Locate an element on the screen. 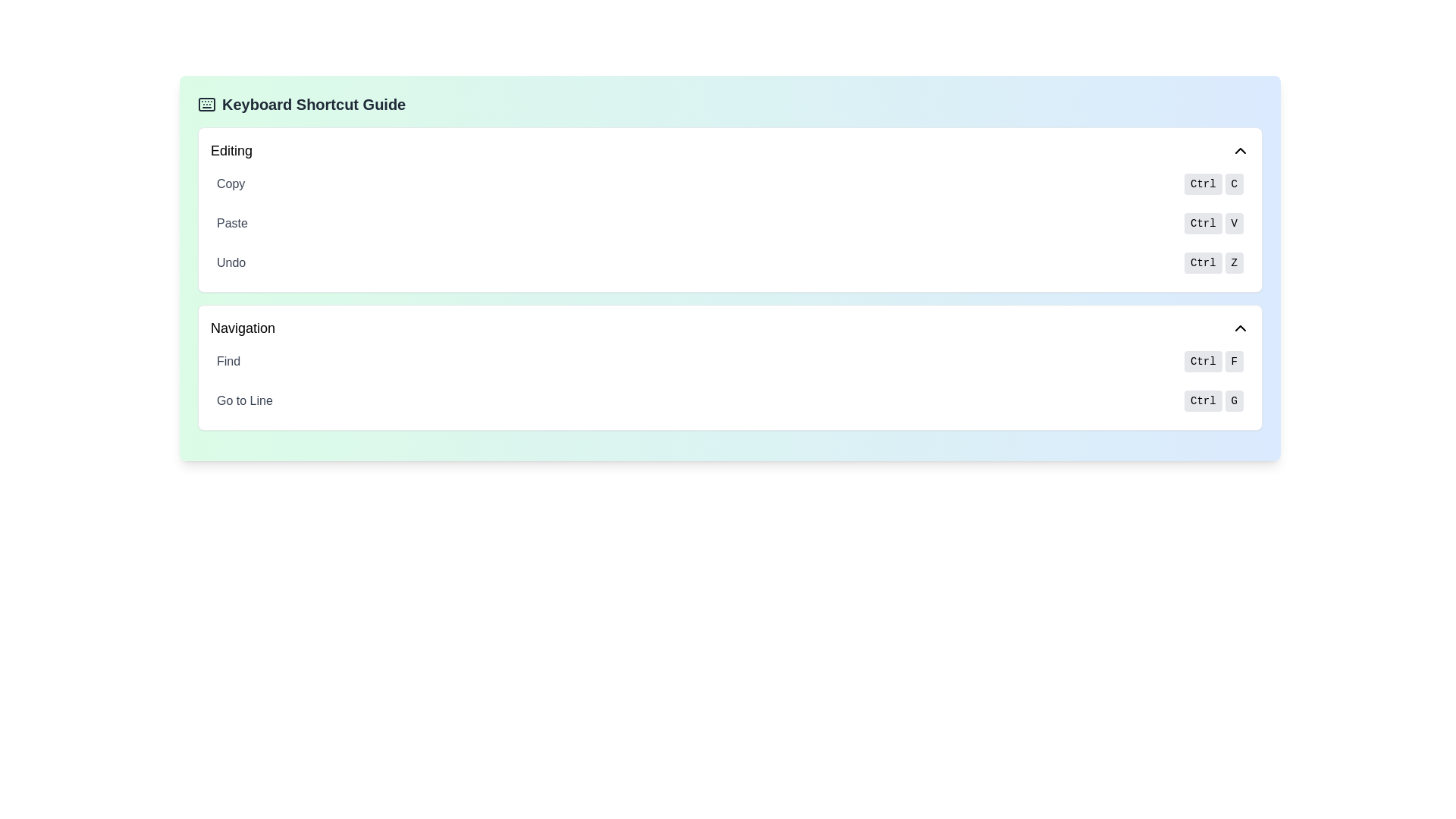 Image resolution: width=1456 pixels, height=819 pixels. the visual representation of the keyboard shortcut key 'F' located in the 'Find' row under the 'Navigation' category in the 'Keyboard Shortcut Guide' is located at coordinates (1234, 362).